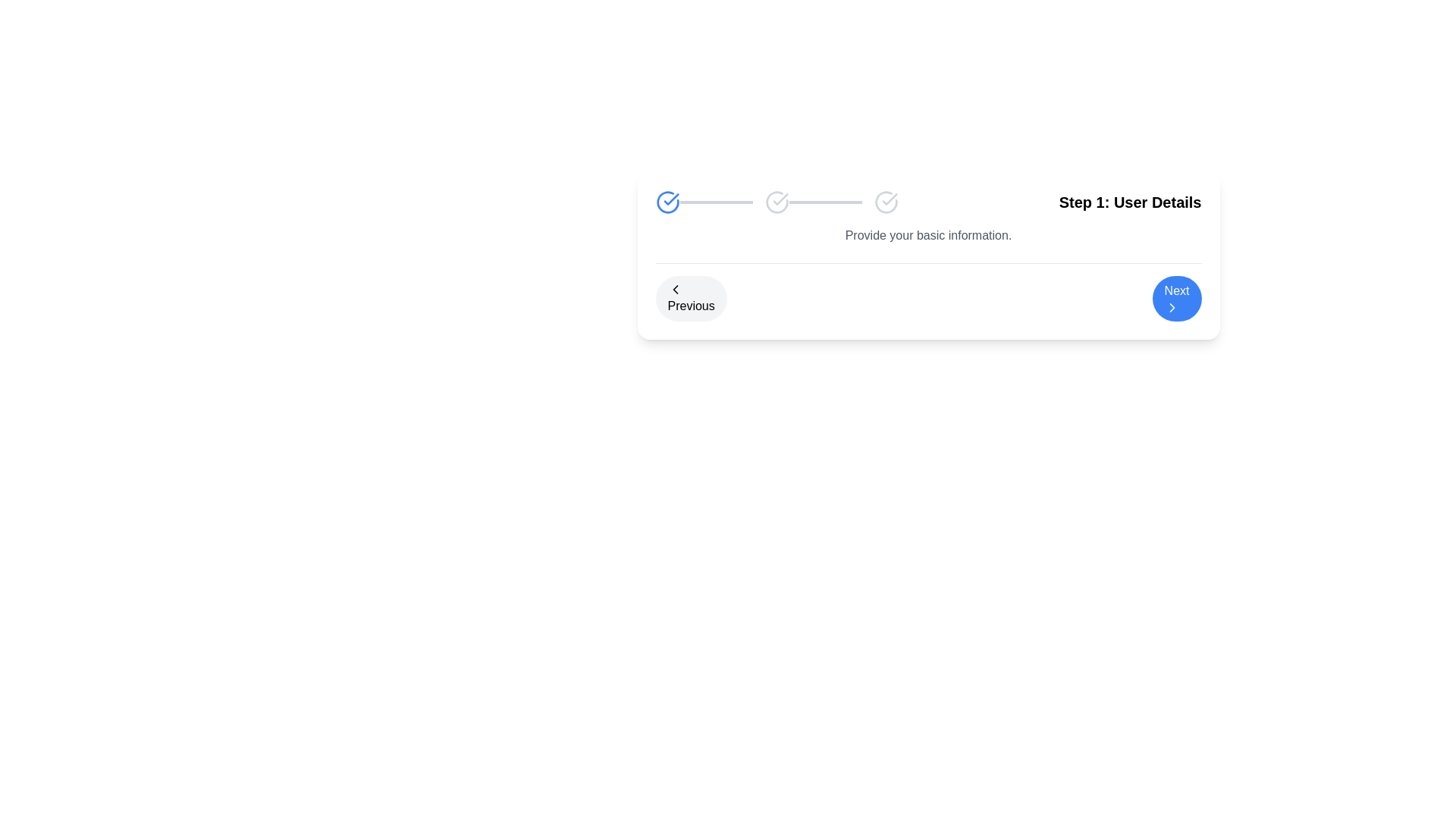 The image size is (1456, 819). What do you see at coordinates (1171, 307) in the screenshot?
I see `the chevron icon inside the 'Next' button located at the bottom-right corner of the stepper UI to possibly reveal additional information or effects` at bounding box center [1171, 307].